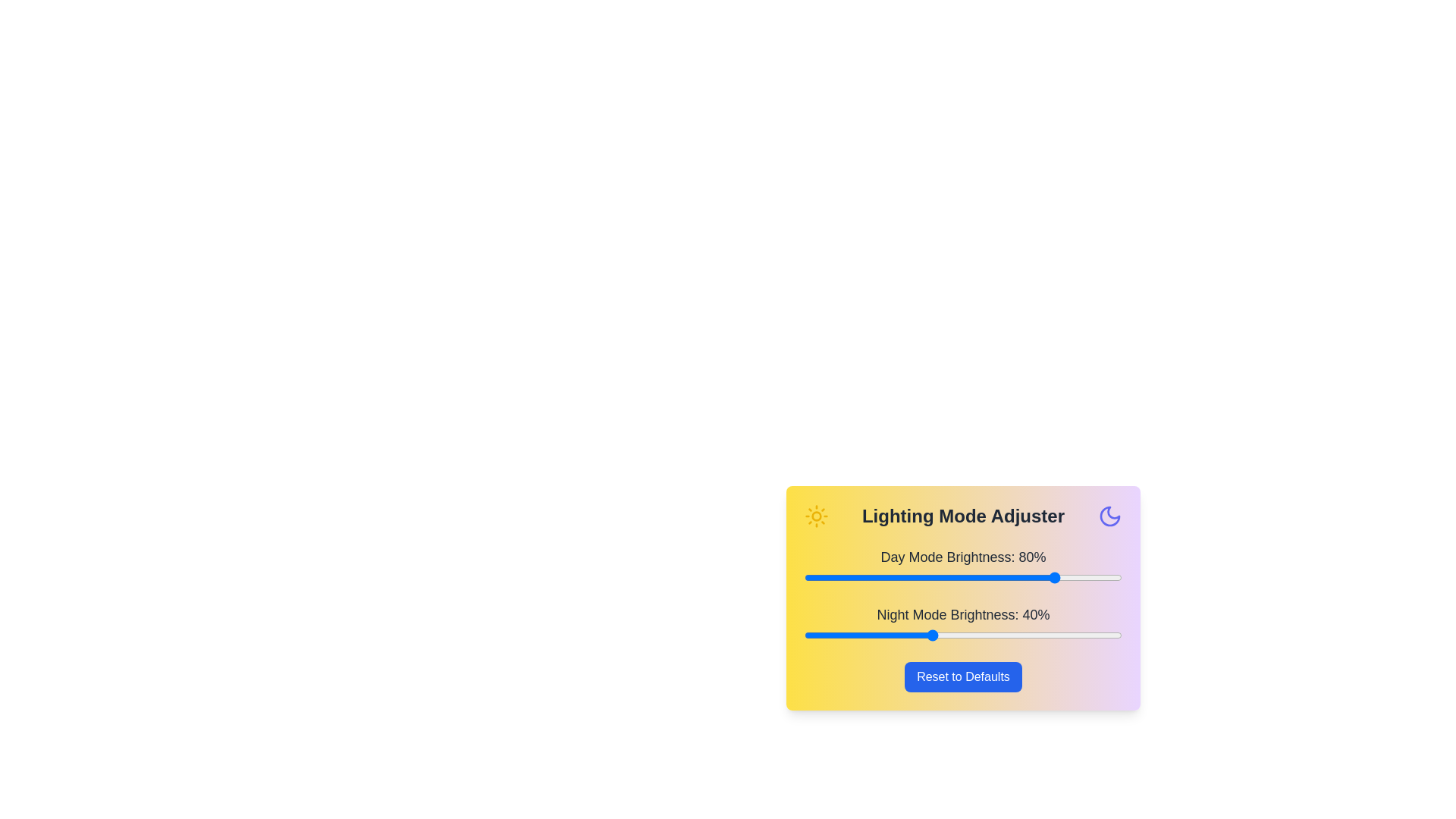 This screenshot has height=819, width=1456. Describe the element at coordinates (1039, 635) in the screenshot. I see `the night mode brightness slider to 74%` at that location.